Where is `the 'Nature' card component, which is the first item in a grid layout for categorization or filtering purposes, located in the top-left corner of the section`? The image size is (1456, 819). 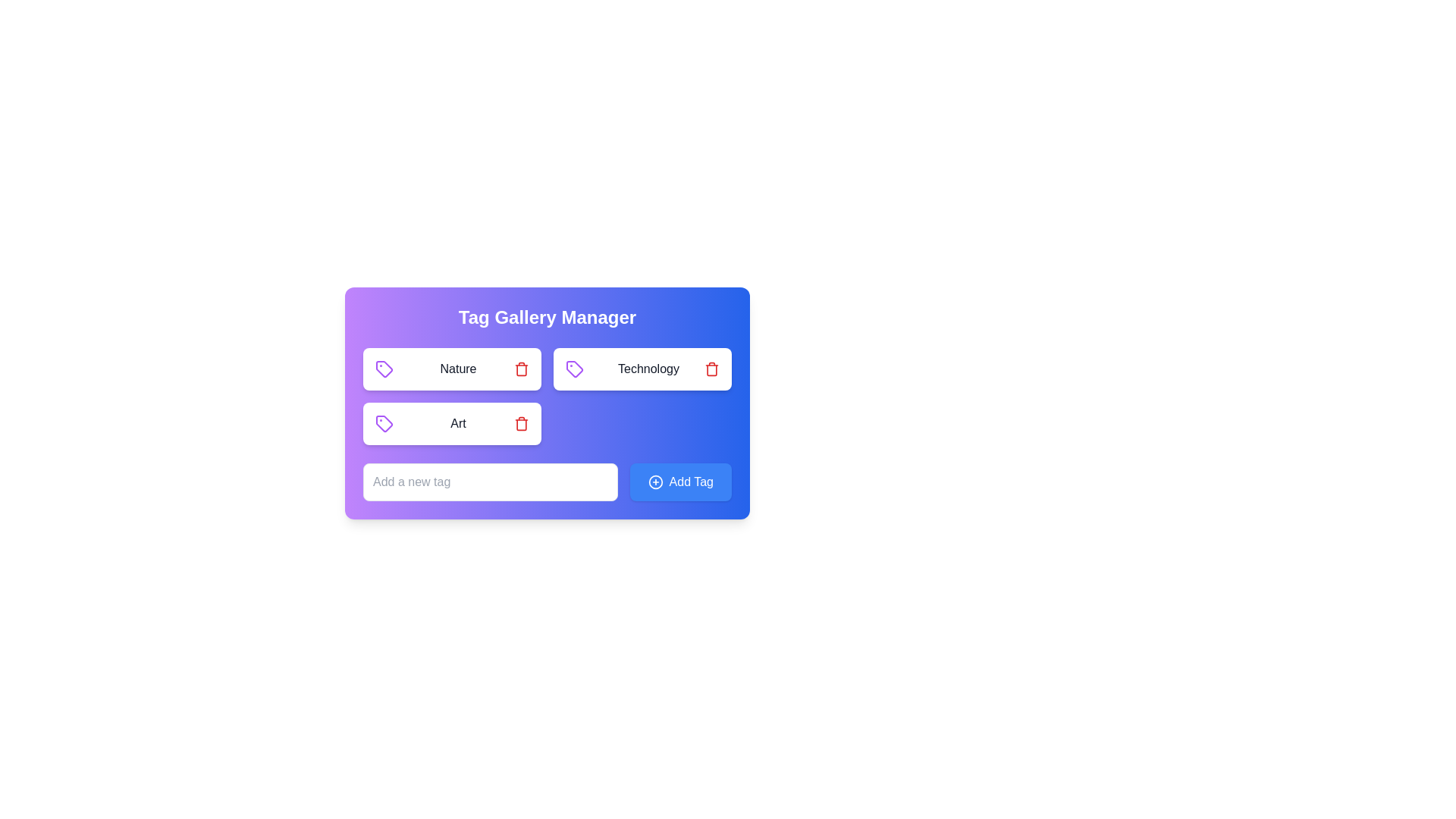 the 'Nature' card component, which is the first item in a grid layout for categorization or filtering purposes, located in the top-left corner of the section is located at coordinates (451, 369).